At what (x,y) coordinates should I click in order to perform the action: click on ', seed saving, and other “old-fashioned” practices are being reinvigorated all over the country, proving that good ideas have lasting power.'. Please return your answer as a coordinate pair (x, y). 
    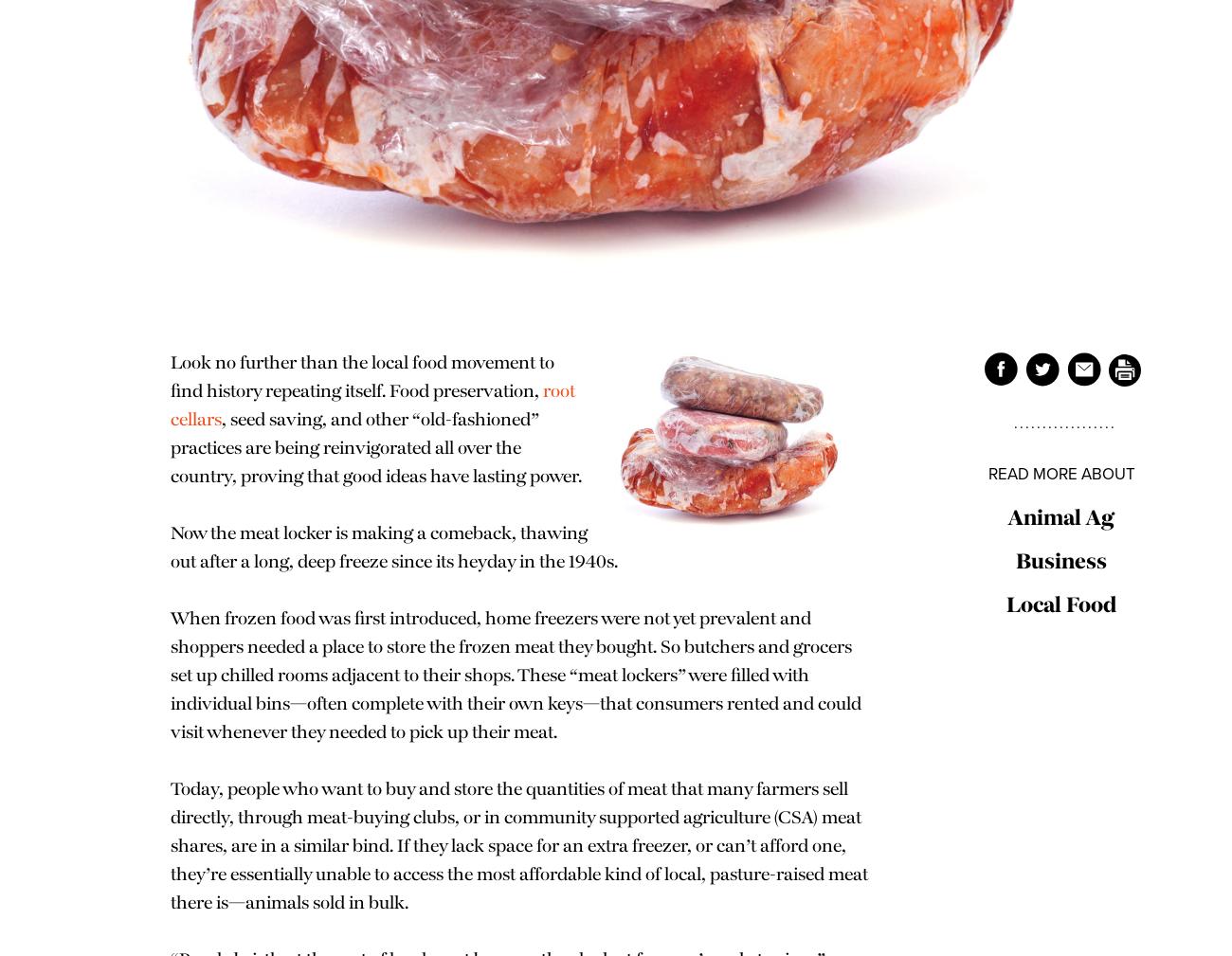
    Looking at the image, I should click on (376, 447).